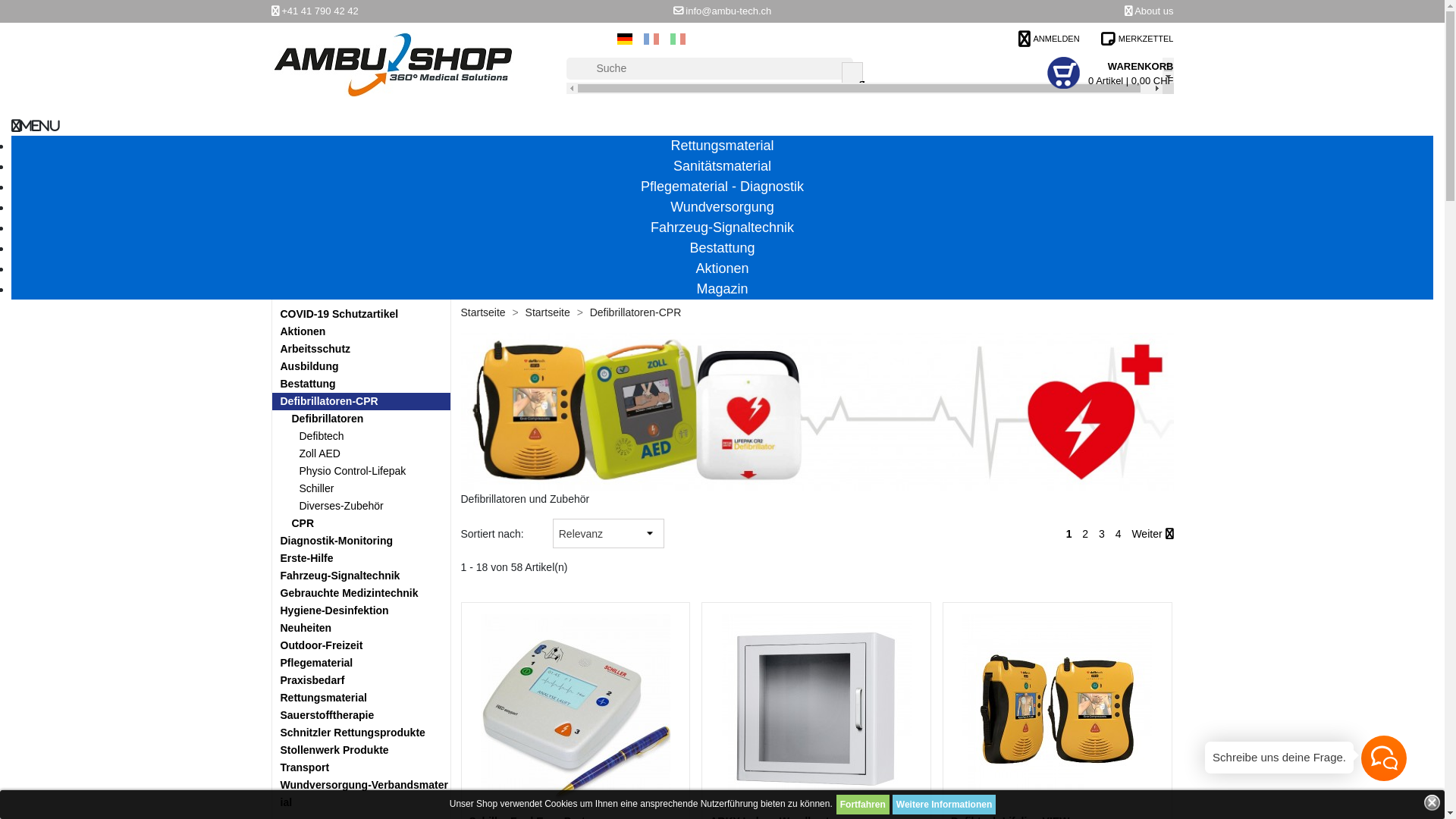 The image size is (1456, 819). Describe the element at coordinates (862, 803) in the screenshot. I see `'Fortfahren'` at that location.